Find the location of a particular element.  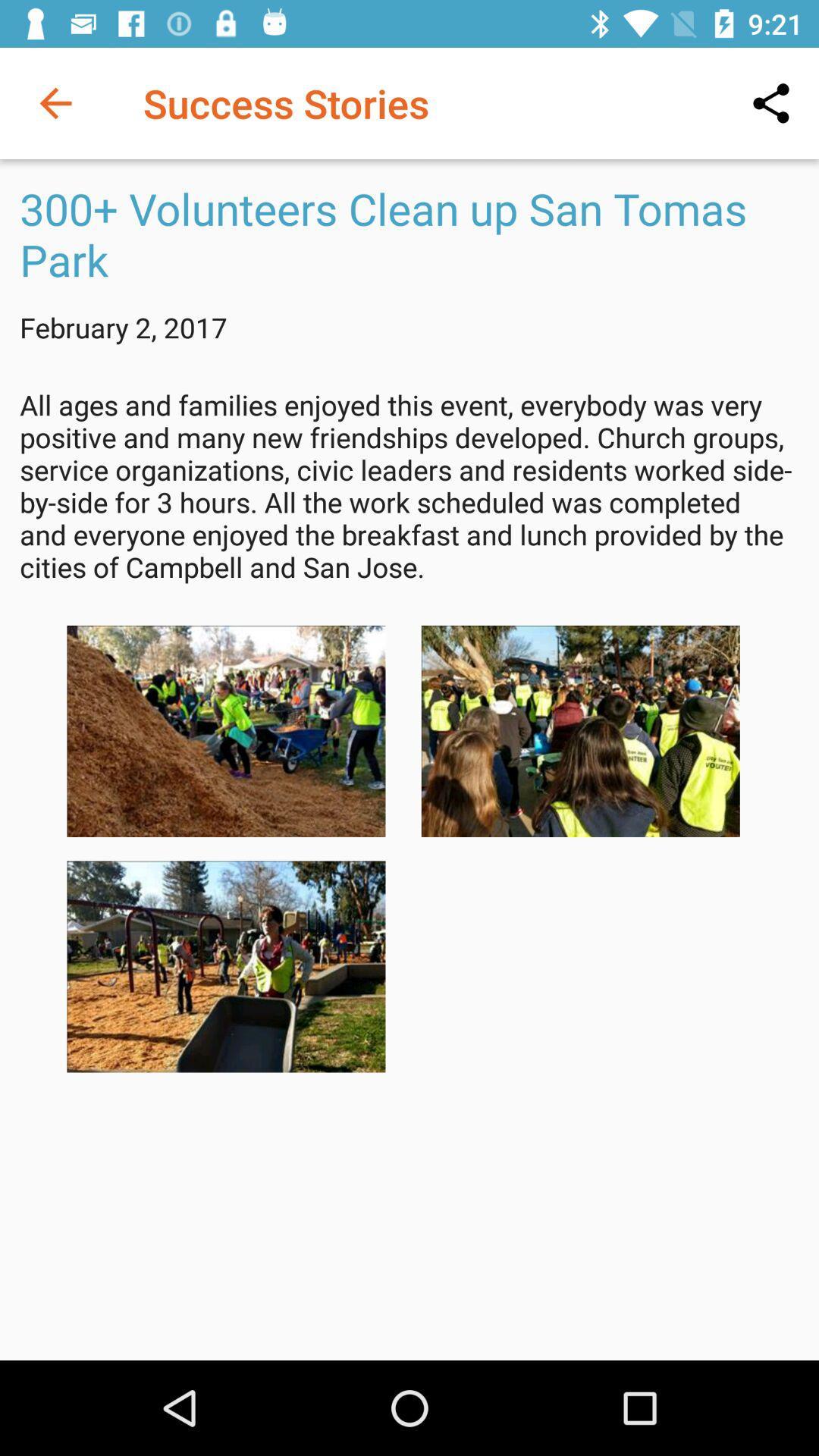

item at the top right corner is located at coordinates (771, 102).